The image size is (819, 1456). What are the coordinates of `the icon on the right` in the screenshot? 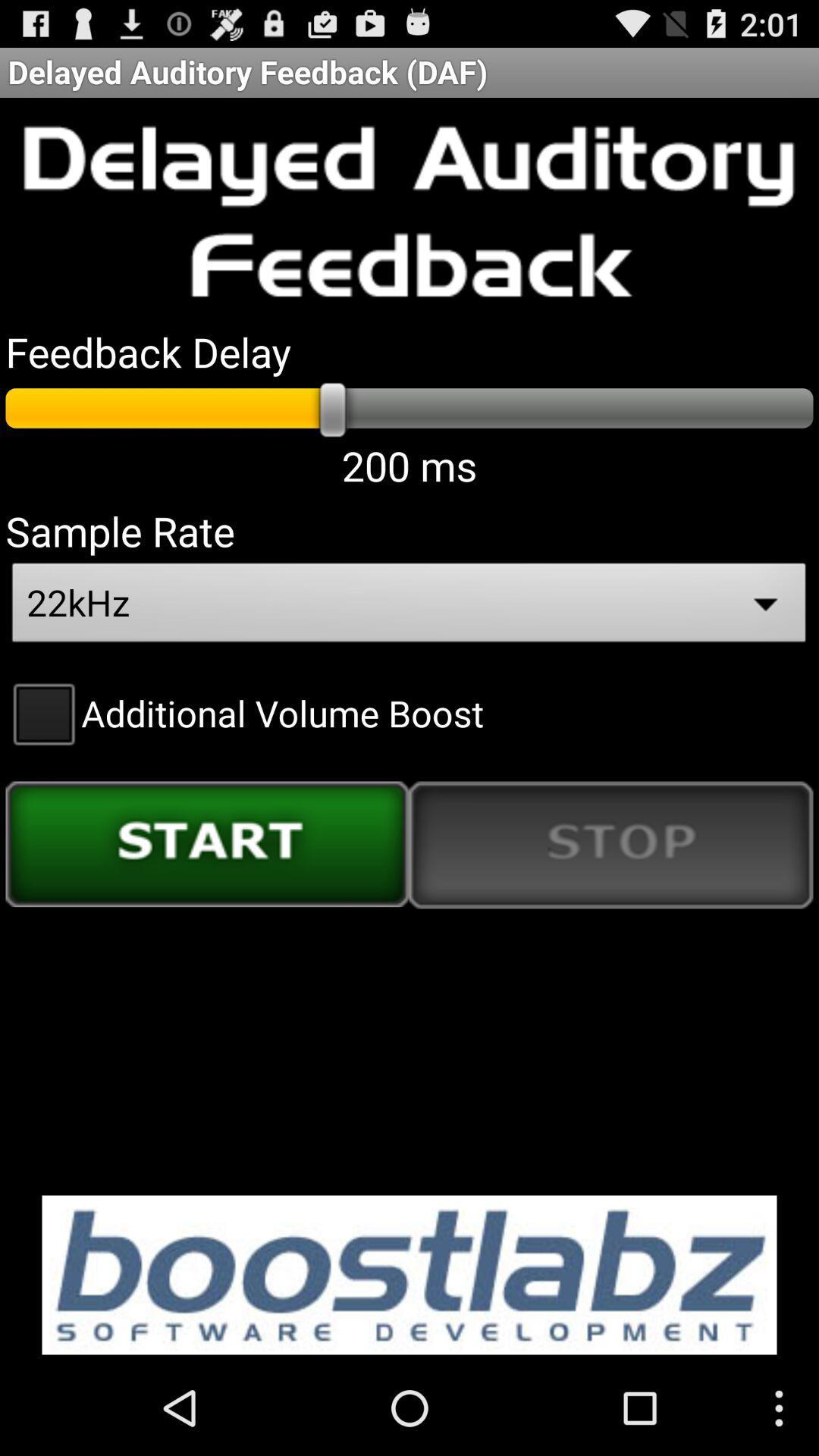 It's located at (610, 844).